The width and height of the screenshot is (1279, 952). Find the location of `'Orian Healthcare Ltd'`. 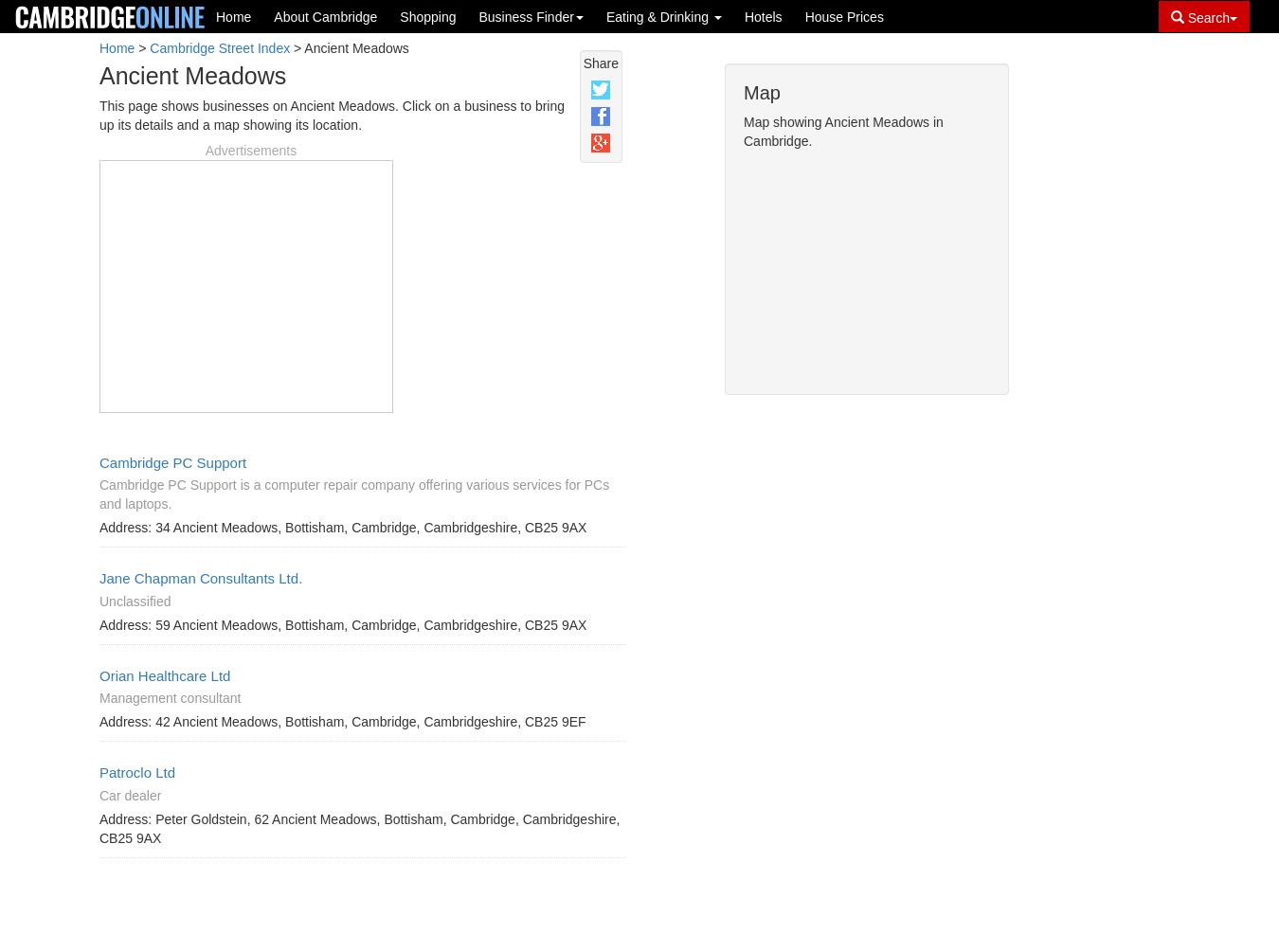

'Orian Healthcare Ltd' is located at coordinates (99, 674).